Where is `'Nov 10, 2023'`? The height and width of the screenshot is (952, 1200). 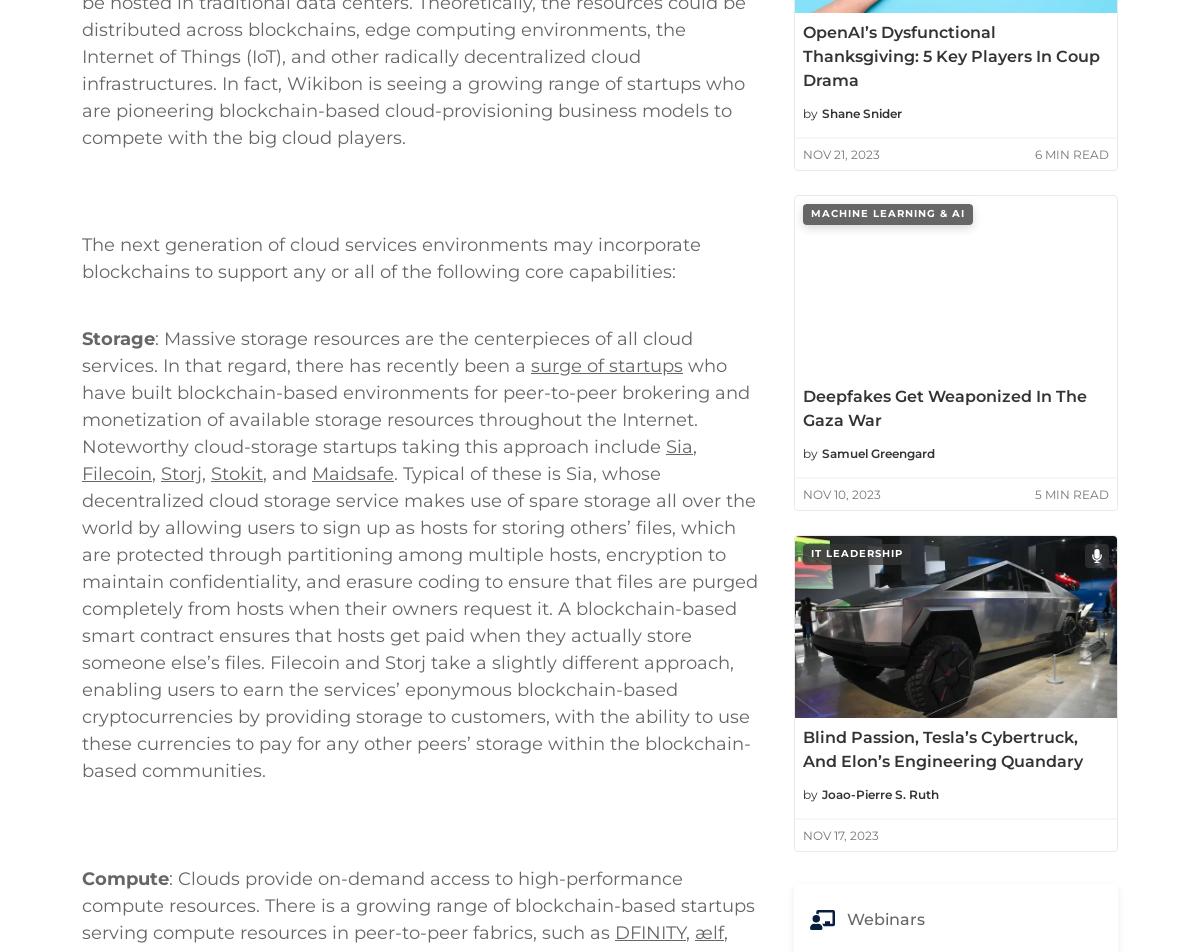 'Nov 10, 2023' is located at coordinates (802, 494).